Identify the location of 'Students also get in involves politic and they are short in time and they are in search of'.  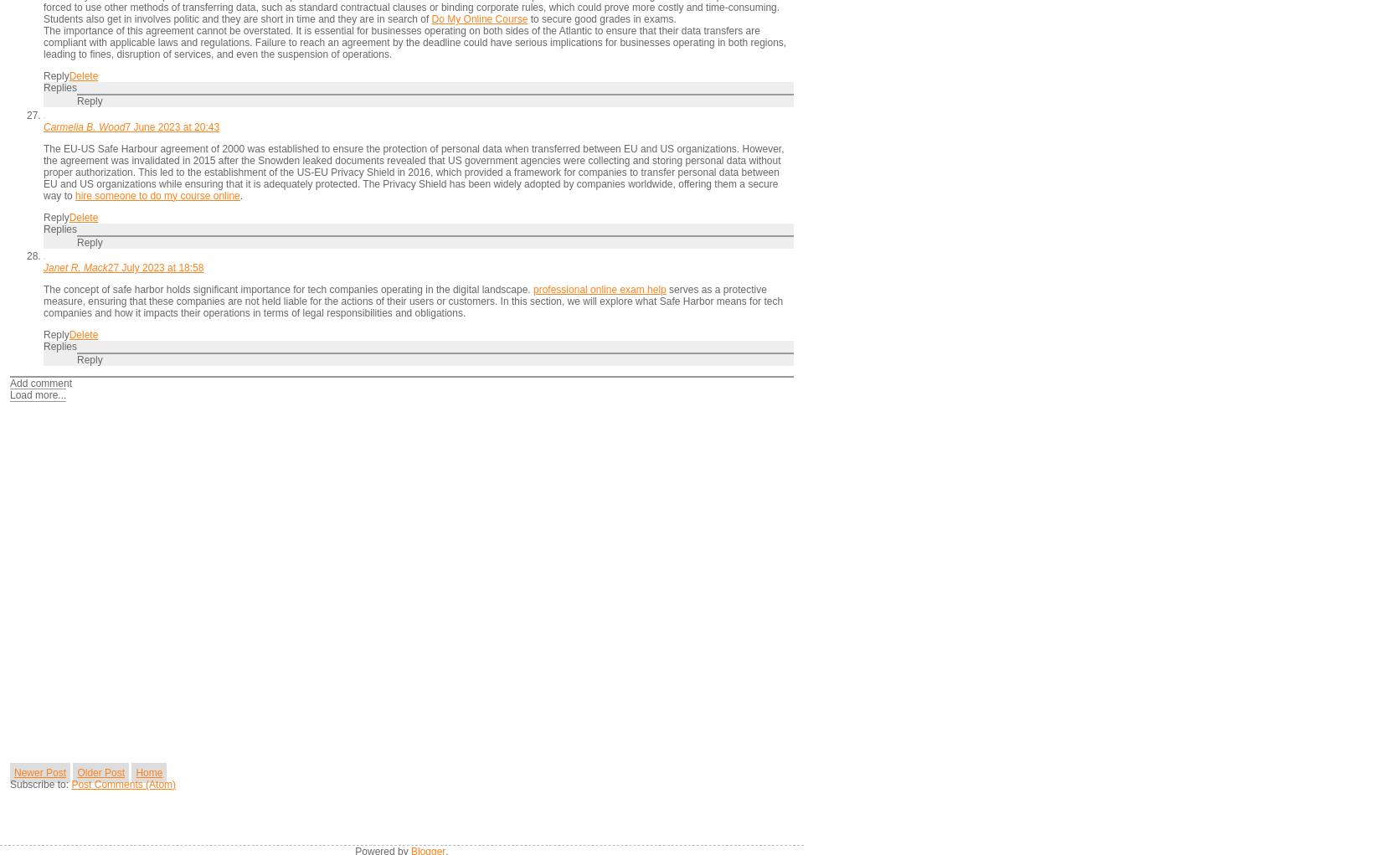
(237, 18).